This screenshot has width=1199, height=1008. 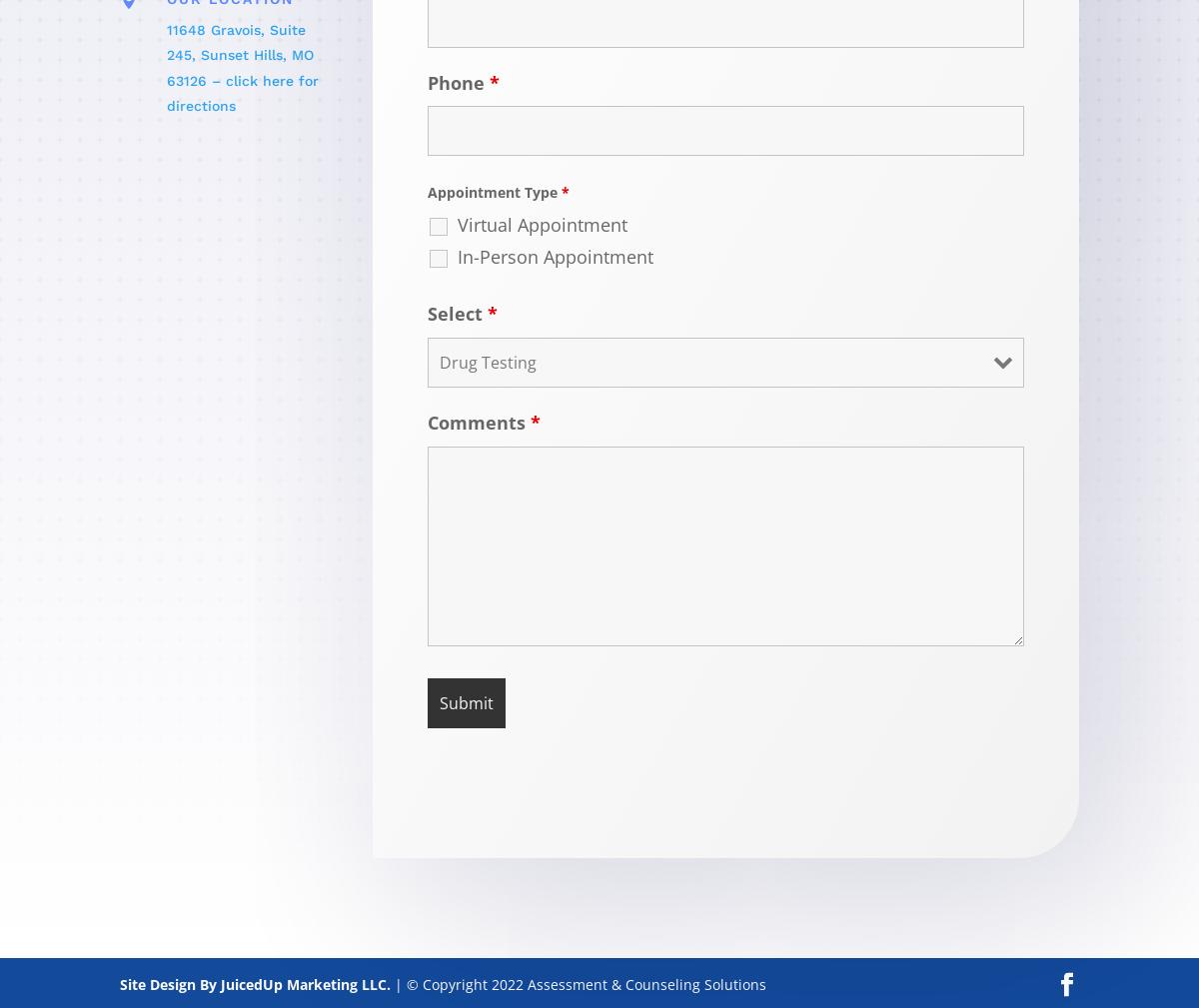 I want to click on 'Site Design By JuicedUp Marketing LLC.', so click(x=256, y=983).